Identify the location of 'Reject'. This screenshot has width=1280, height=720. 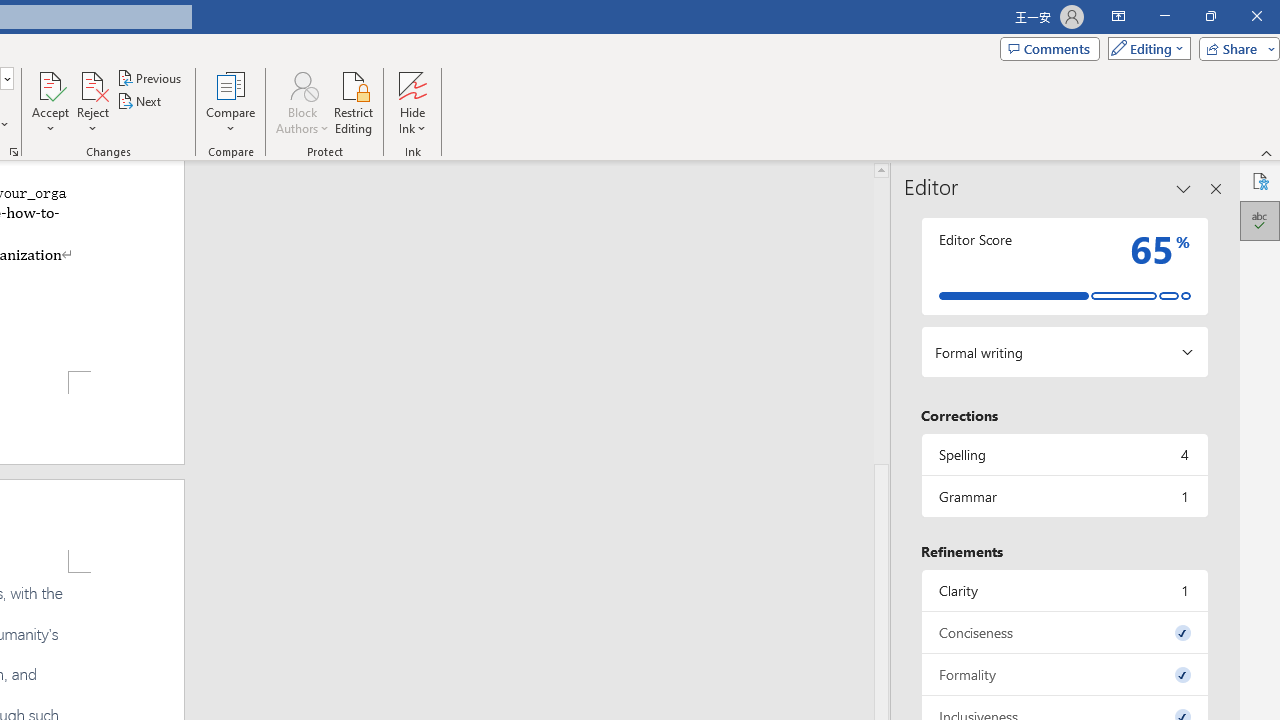
(91, 103).